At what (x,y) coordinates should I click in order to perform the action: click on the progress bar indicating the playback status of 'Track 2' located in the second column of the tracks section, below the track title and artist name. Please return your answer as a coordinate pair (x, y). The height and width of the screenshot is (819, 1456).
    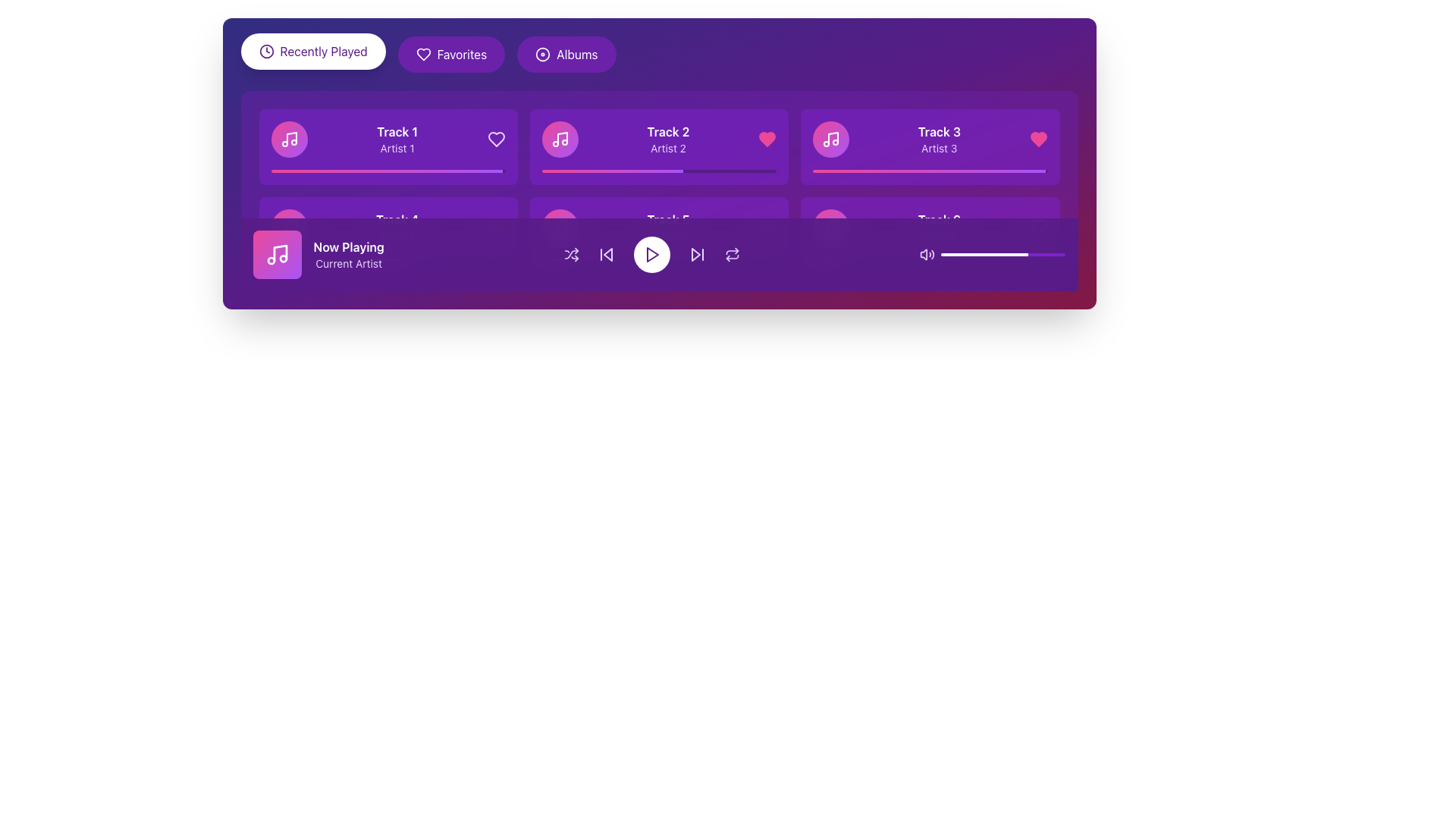
    Looking at the image, I should click on (659, 171).